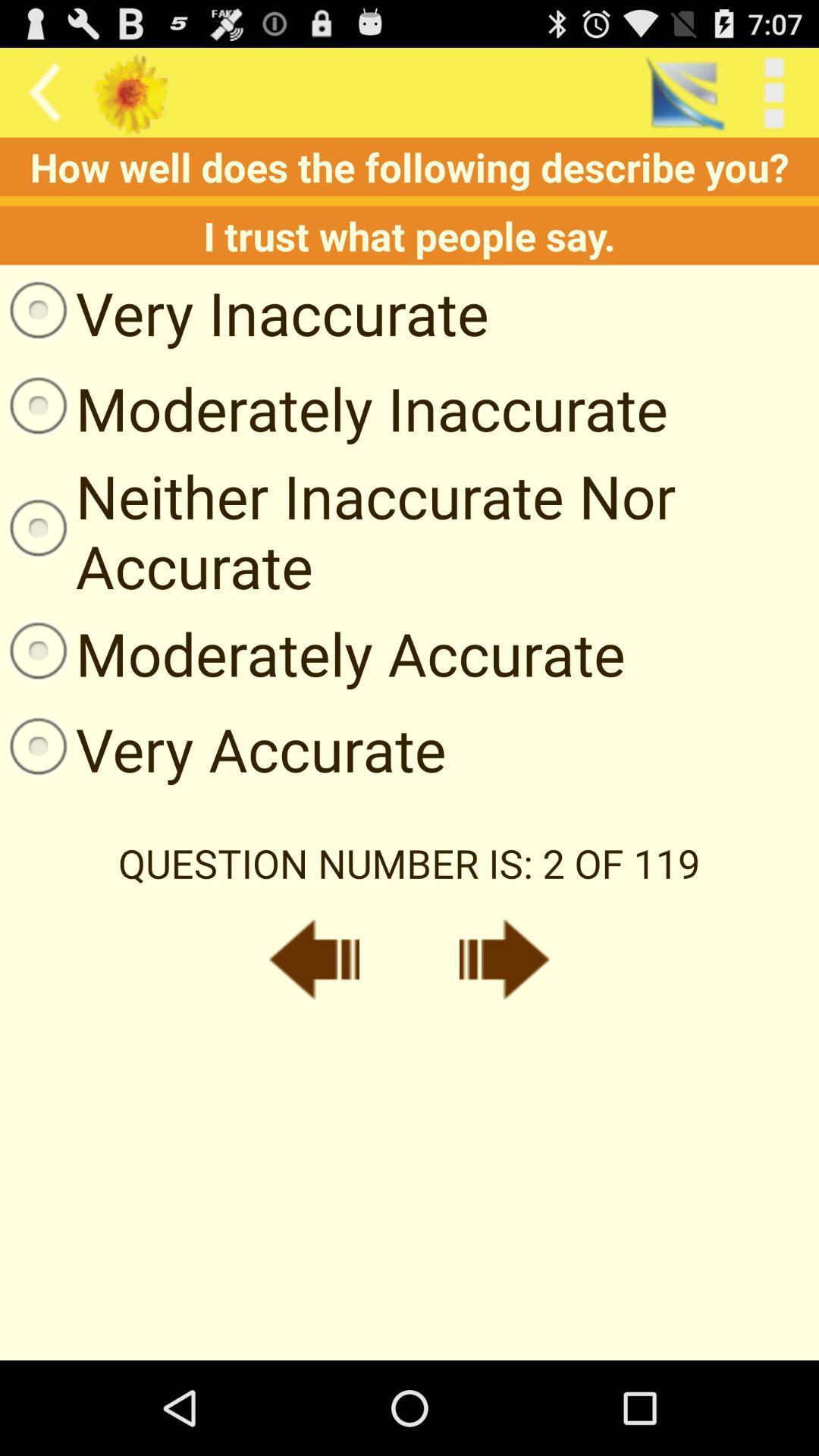  What do you see at coordinates (223, 748) in the screenshot?
I see `item on the left` at bounding box center [223, 748].